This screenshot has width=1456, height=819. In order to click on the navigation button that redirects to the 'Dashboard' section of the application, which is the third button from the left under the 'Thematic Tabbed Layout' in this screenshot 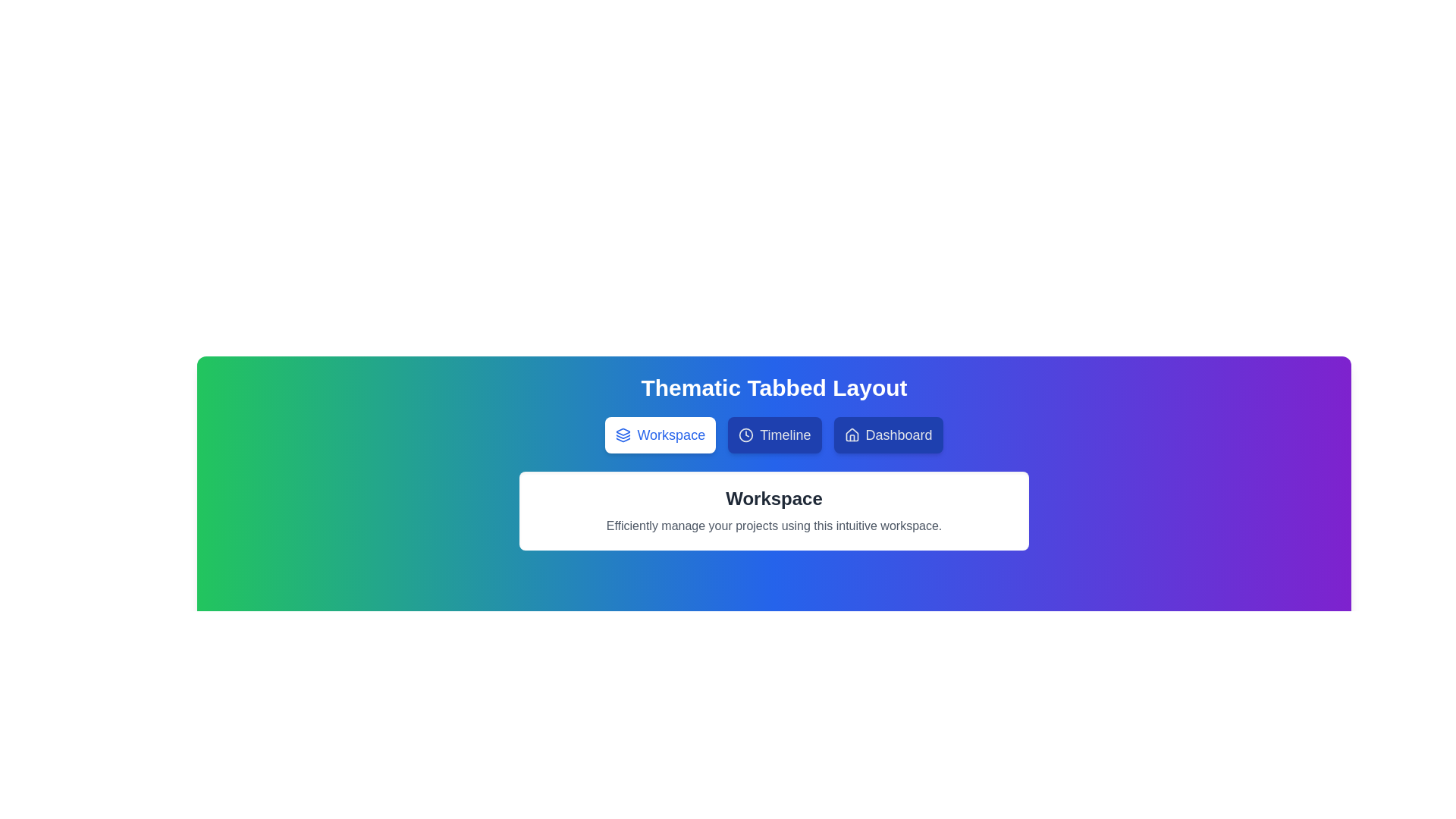, I will do `click(888, 435)`.